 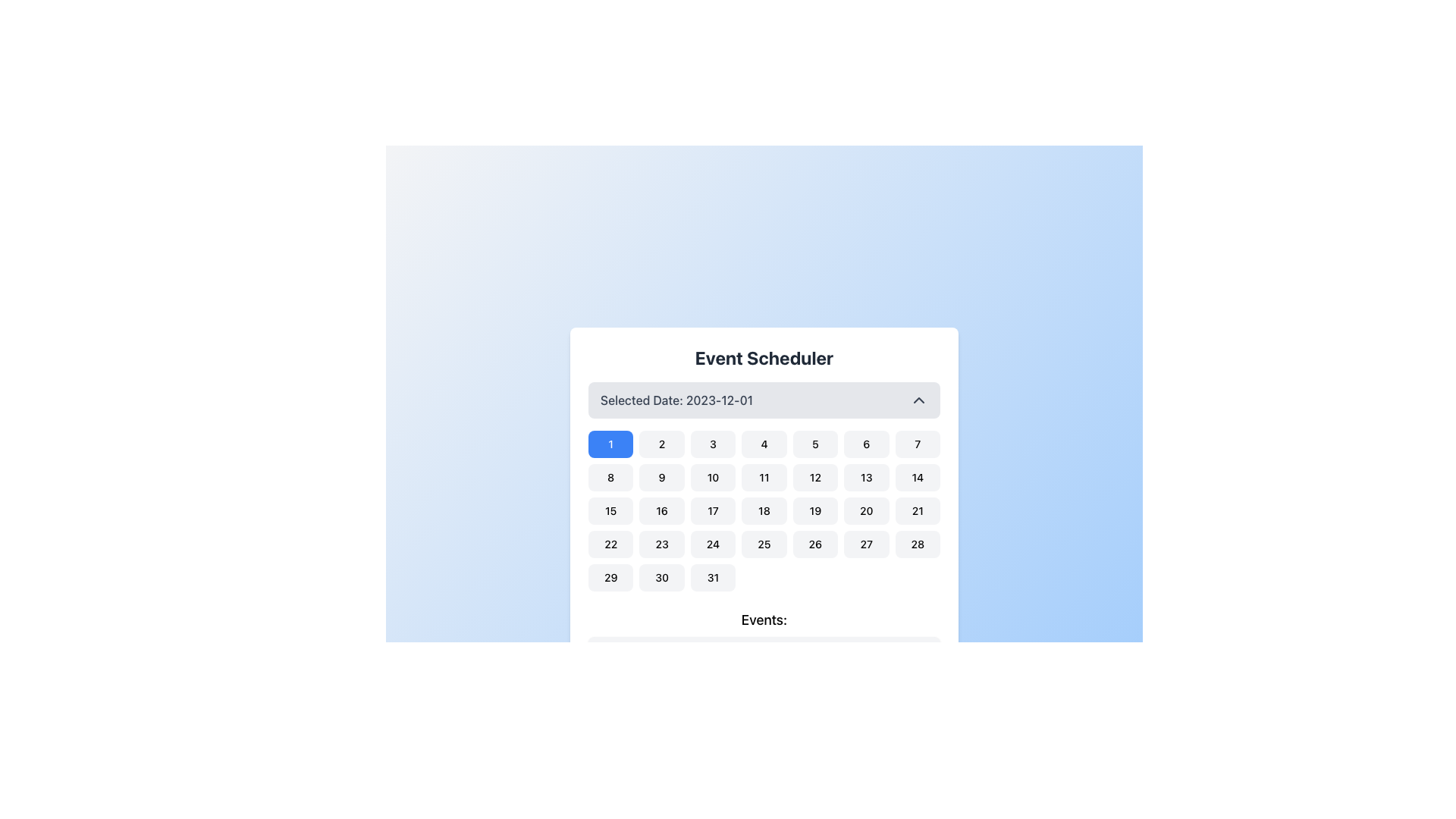 I want to click on the upward-pointing chevron icon on the right side of the selector bar labeled 'Selected Date: 2023-12-01', so click(x=918, y=400).